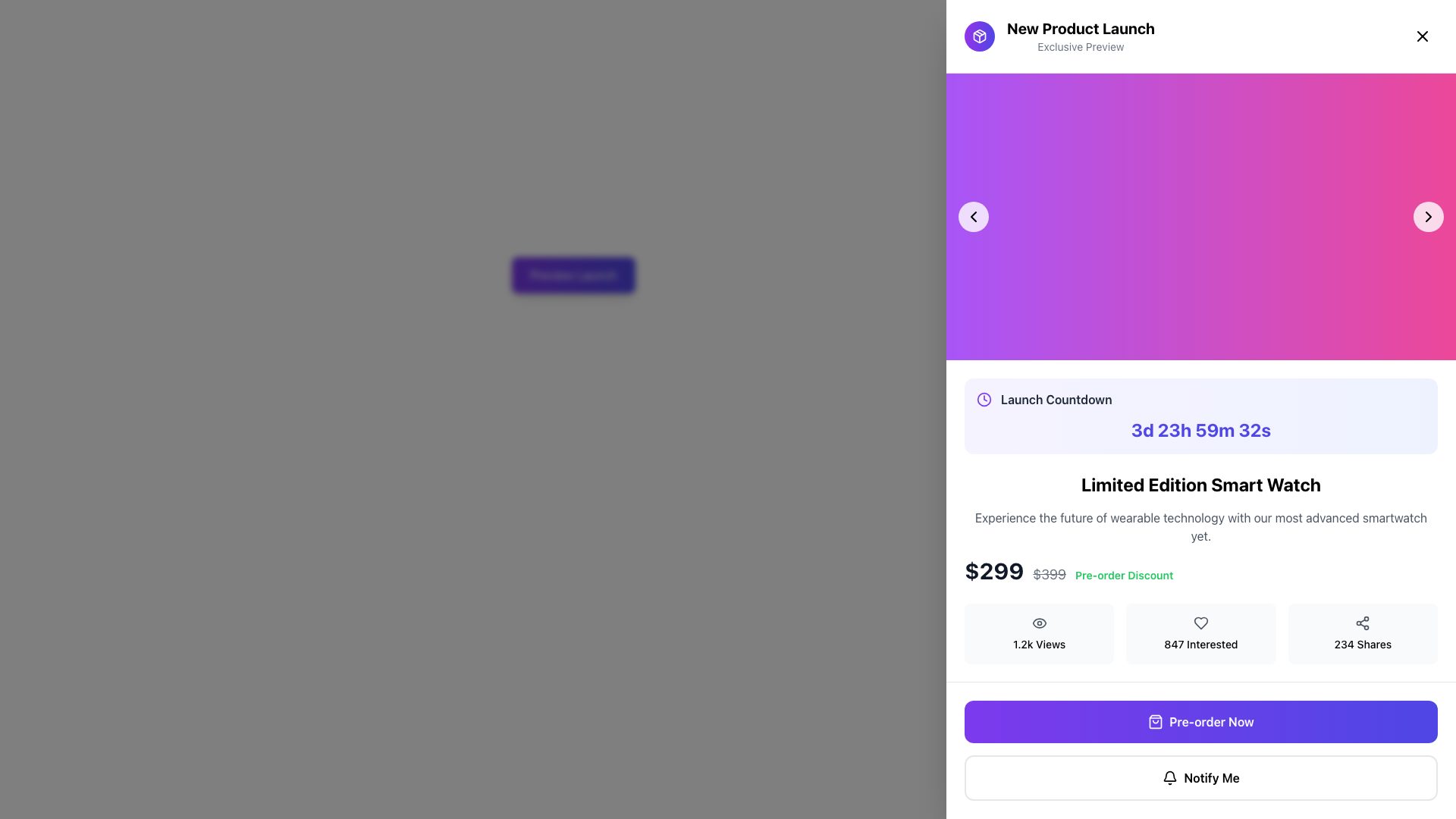 The image size is (1456, 819). Describe the element at coordinates (1422, 35) in the screenshot. I see `the Close button icon (small 'X' within a square button) located in the top-right corner of the modal interface` at that location.